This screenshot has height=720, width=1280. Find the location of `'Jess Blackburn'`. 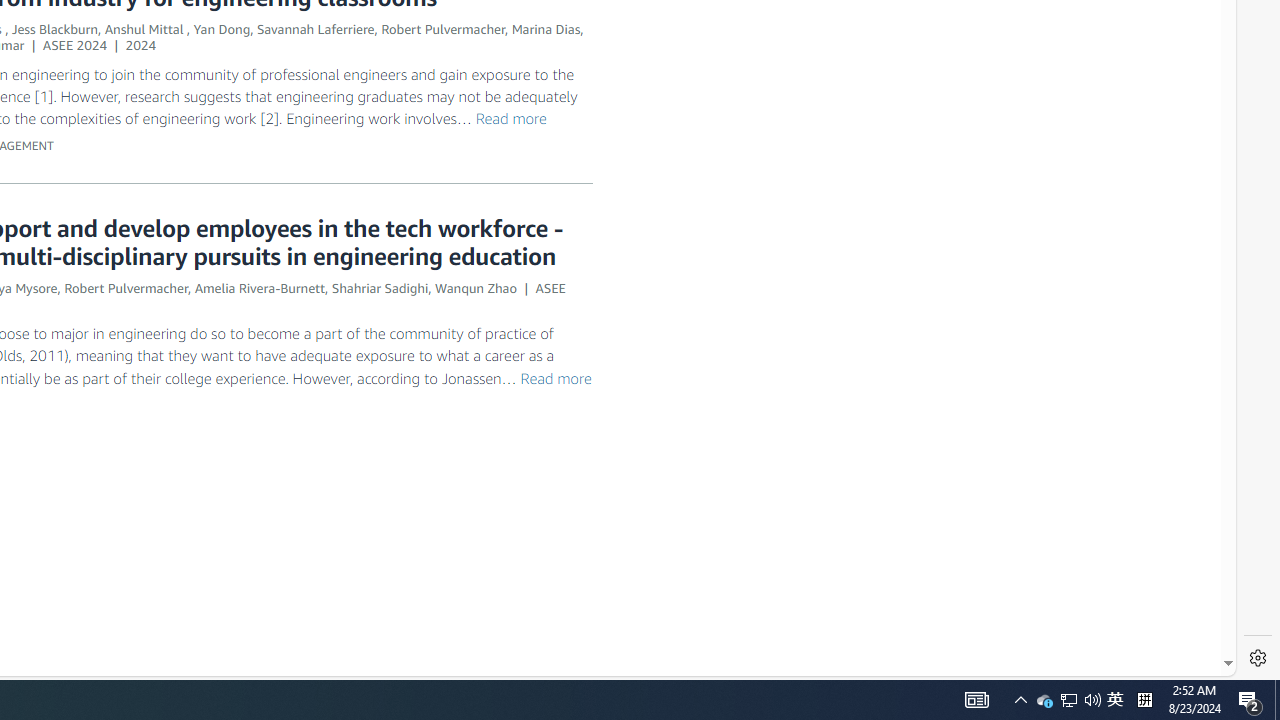

'Jess Blackburn' is located at coordinates (55, 29).